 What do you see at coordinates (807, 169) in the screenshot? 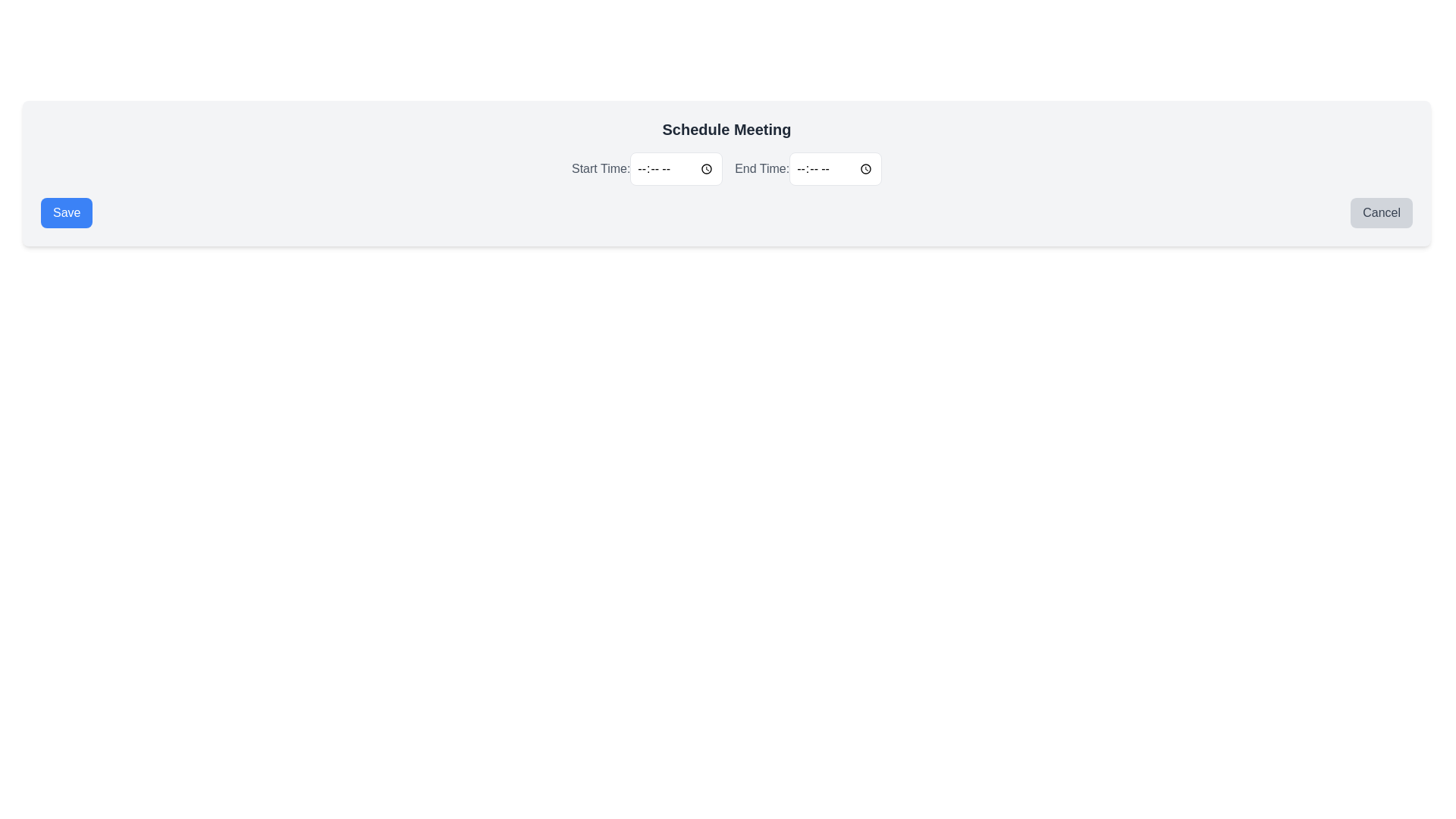
I see `the Time input field located under the 'Schedule Meeting' title` at bounding box center [807, 169].